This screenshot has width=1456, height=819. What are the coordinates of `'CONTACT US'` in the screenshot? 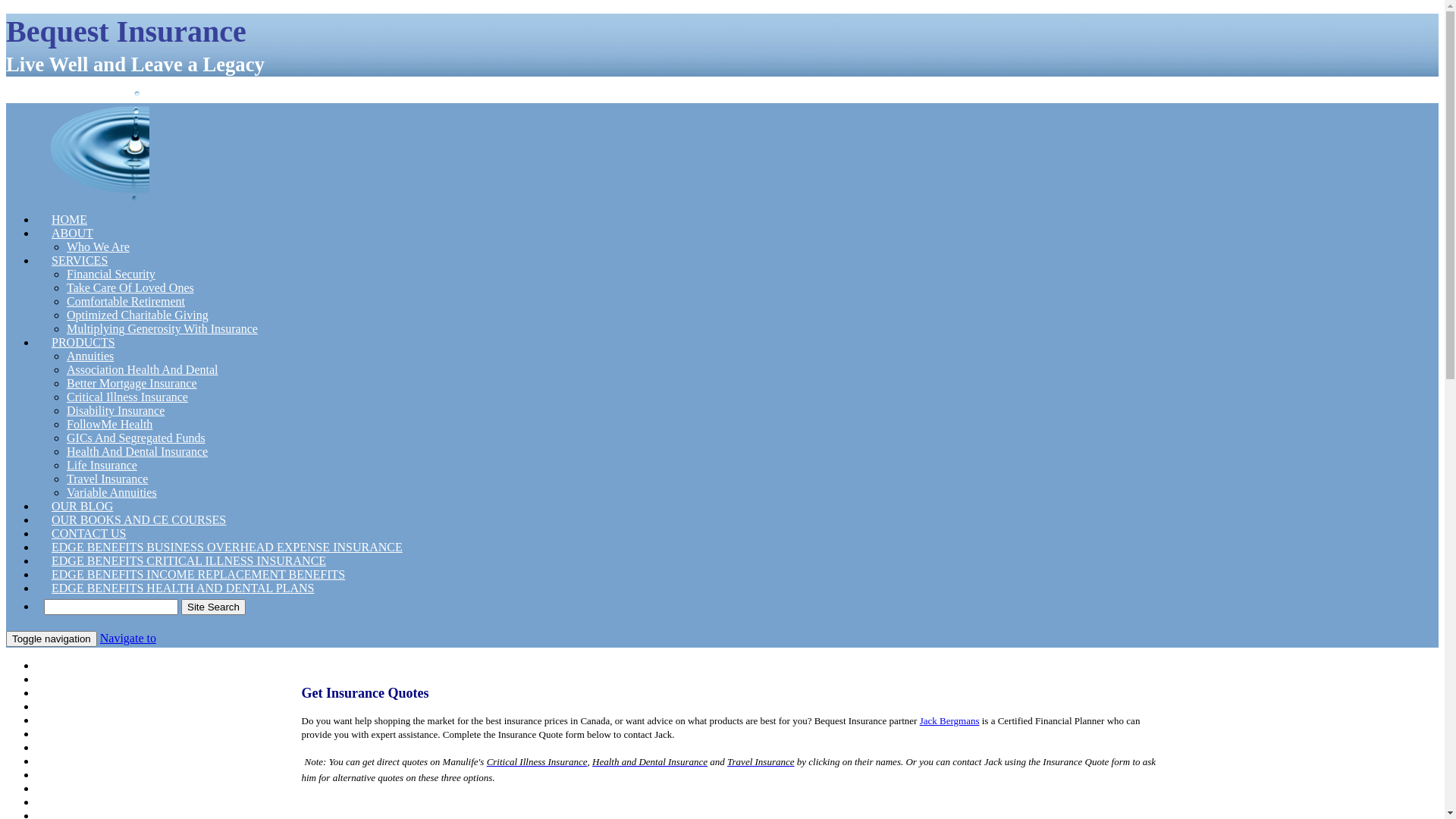 It's located at (87, 532).